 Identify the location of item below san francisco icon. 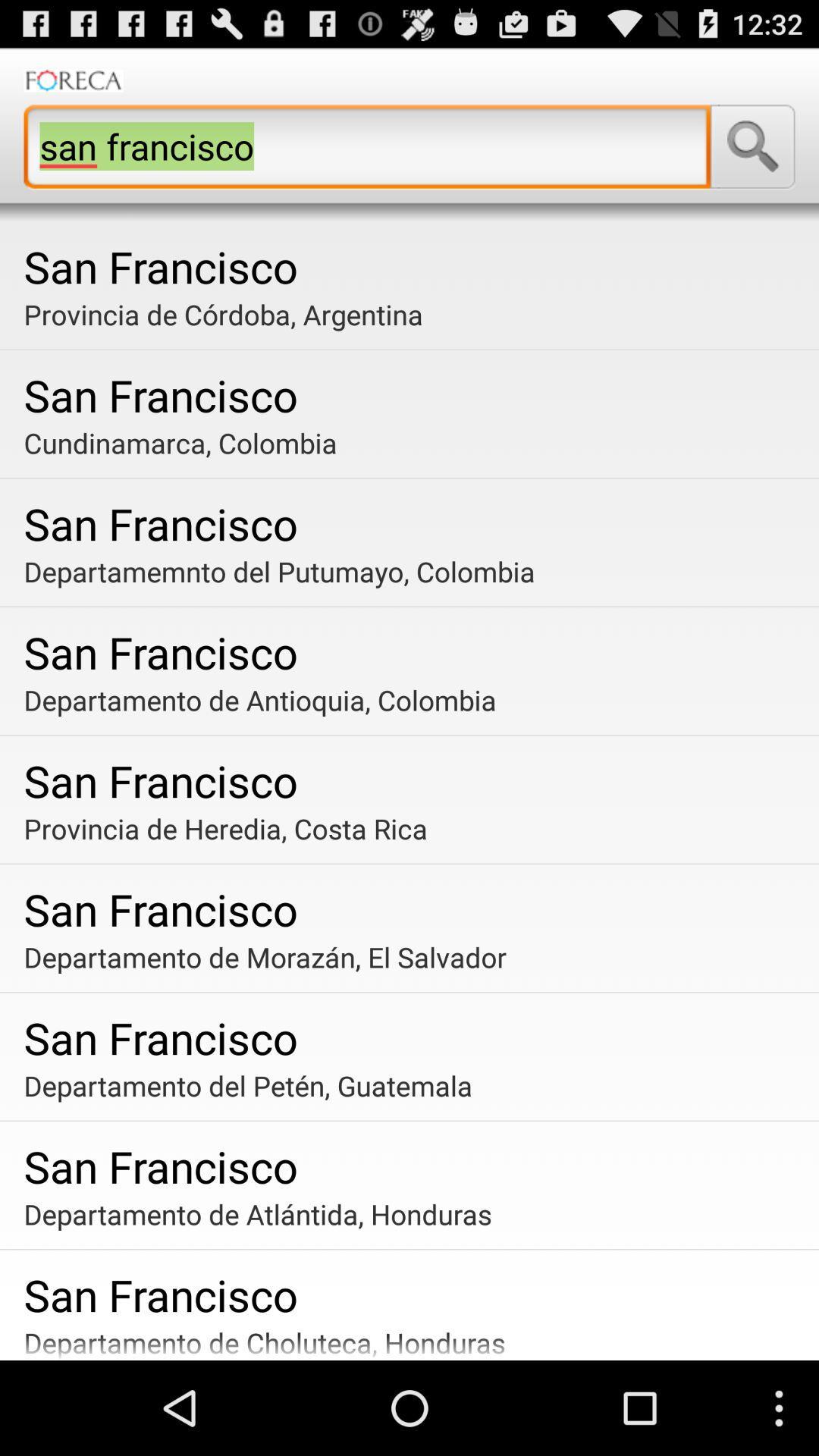
(415, 570).